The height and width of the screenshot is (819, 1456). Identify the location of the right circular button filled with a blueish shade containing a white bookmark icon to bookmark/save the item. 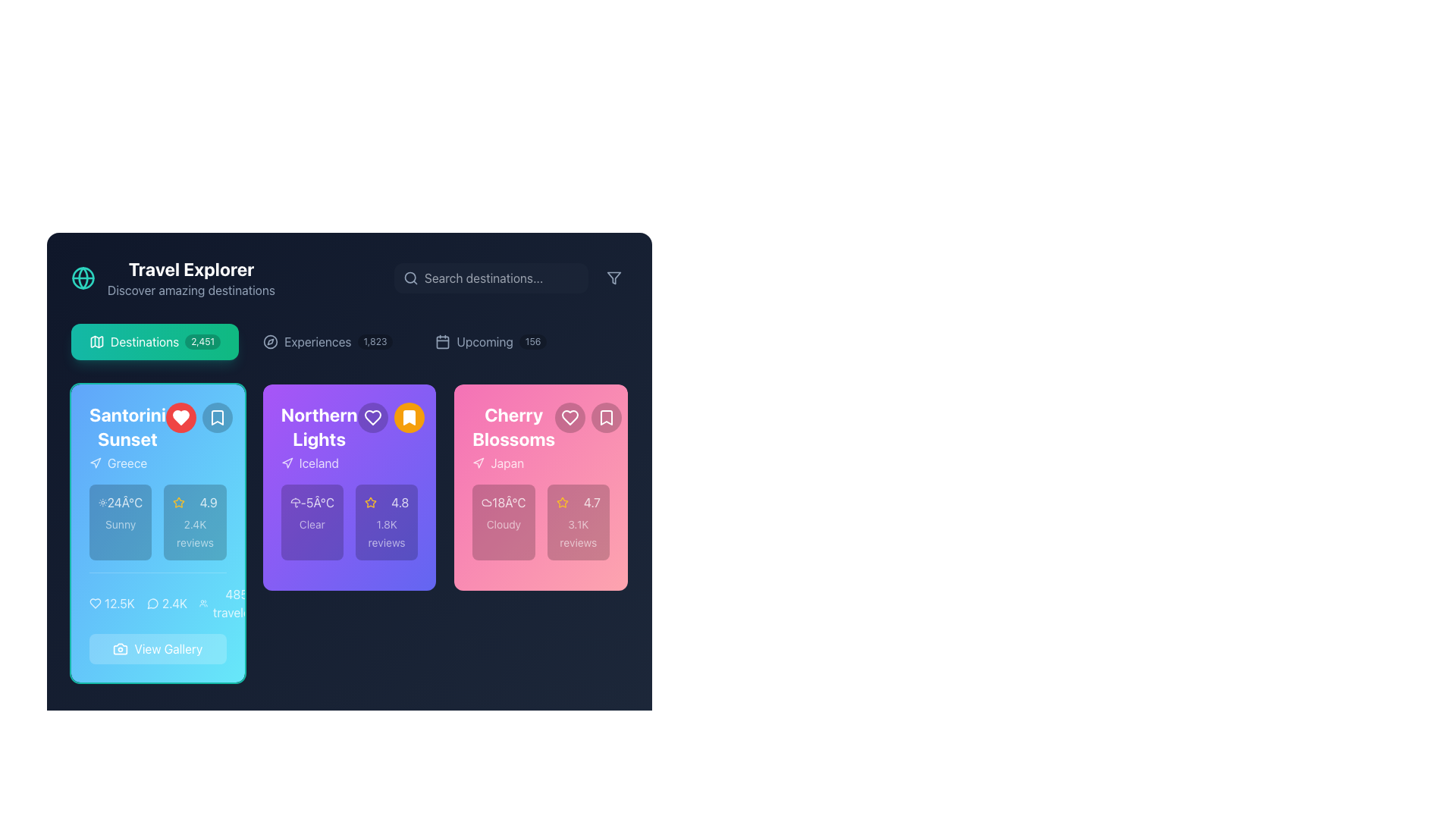
(198, 418).